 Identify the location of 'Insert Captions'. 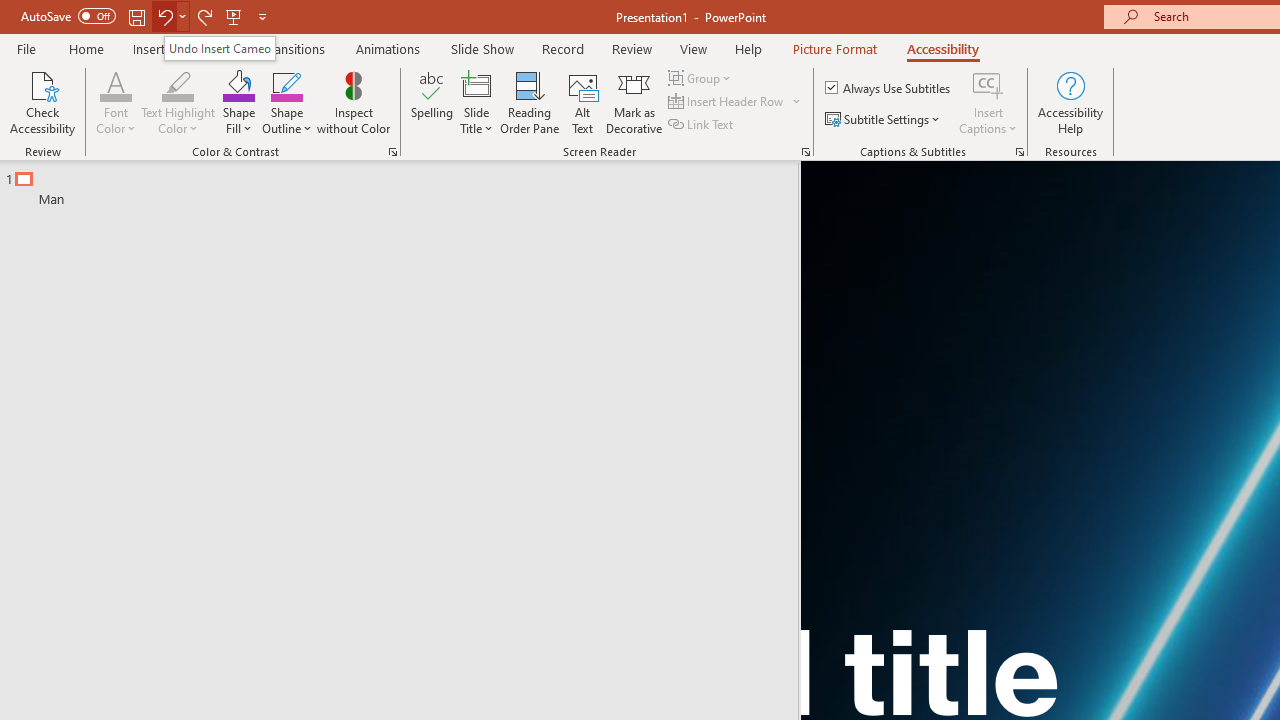
(988, 103).